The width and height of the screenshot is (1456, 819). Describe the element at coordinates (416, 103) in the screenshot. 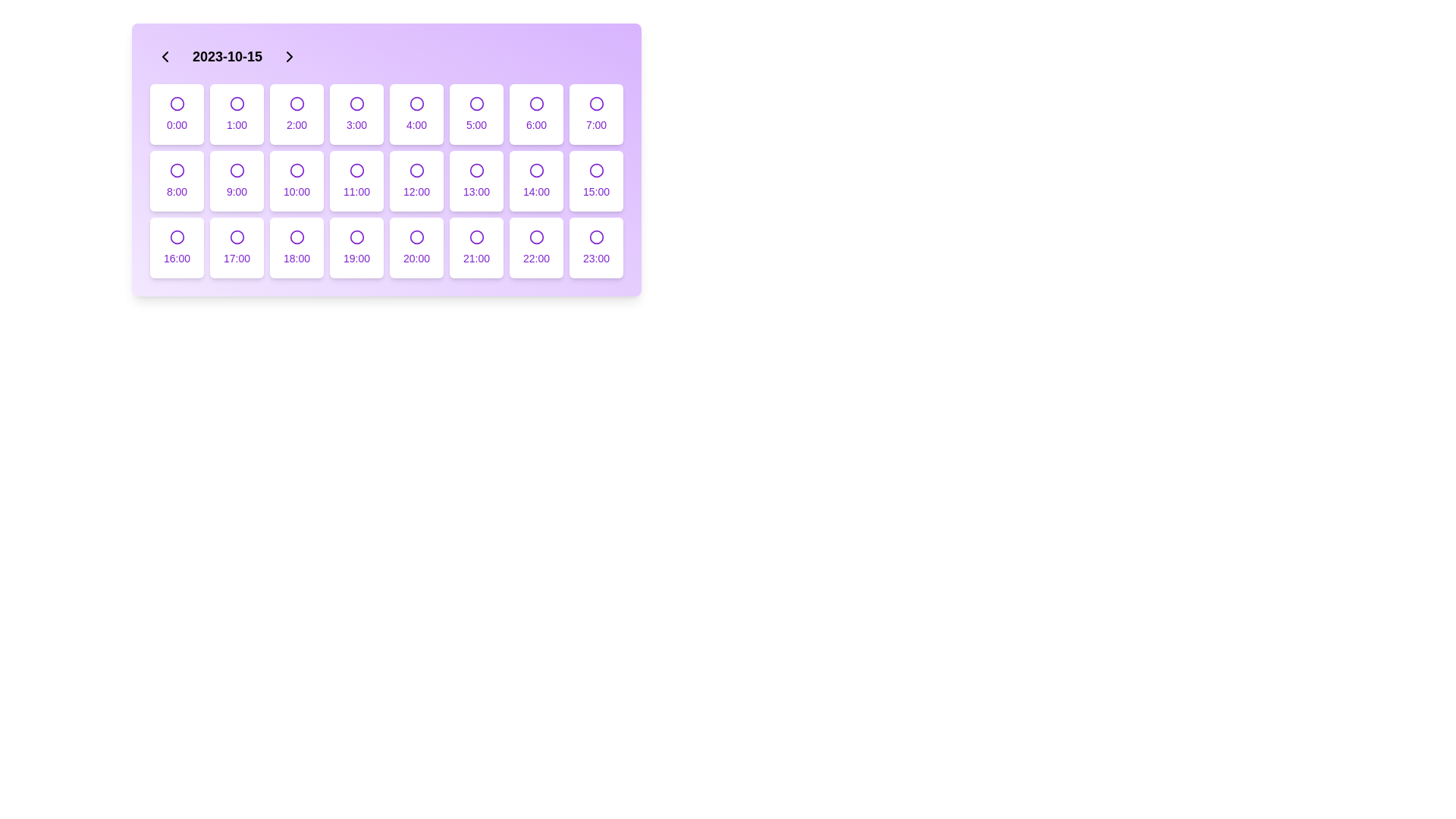

I see `the radio button for the time slot labeled '4:00'` at that location.